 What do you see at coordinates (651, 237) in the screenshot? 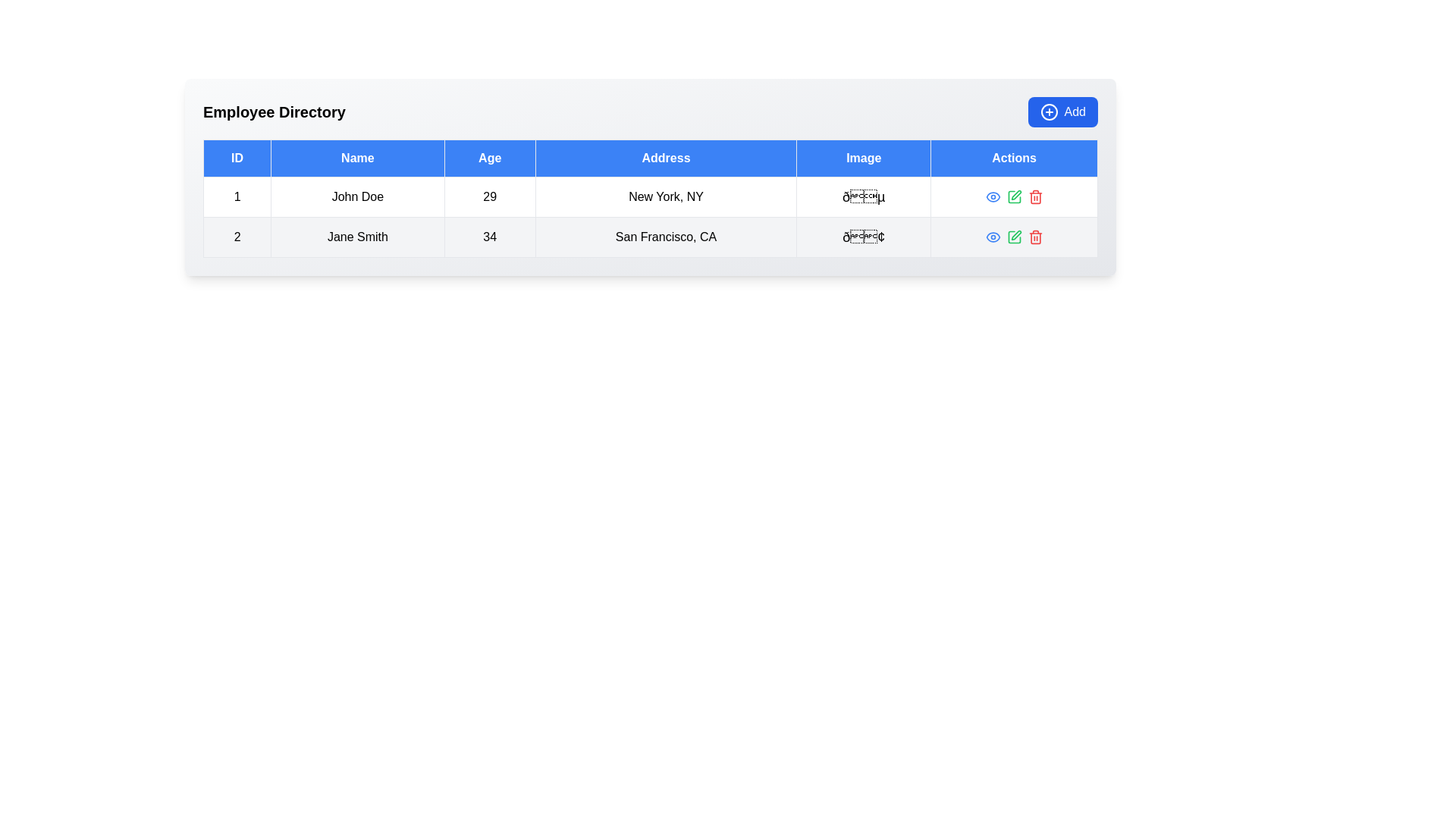
I see `information displayed in the second row of the data table, which includes ID '2', Name 'Jane Smith', Age '34', and Address 'San Francisco, CA'` at bounding box center [651, 237].